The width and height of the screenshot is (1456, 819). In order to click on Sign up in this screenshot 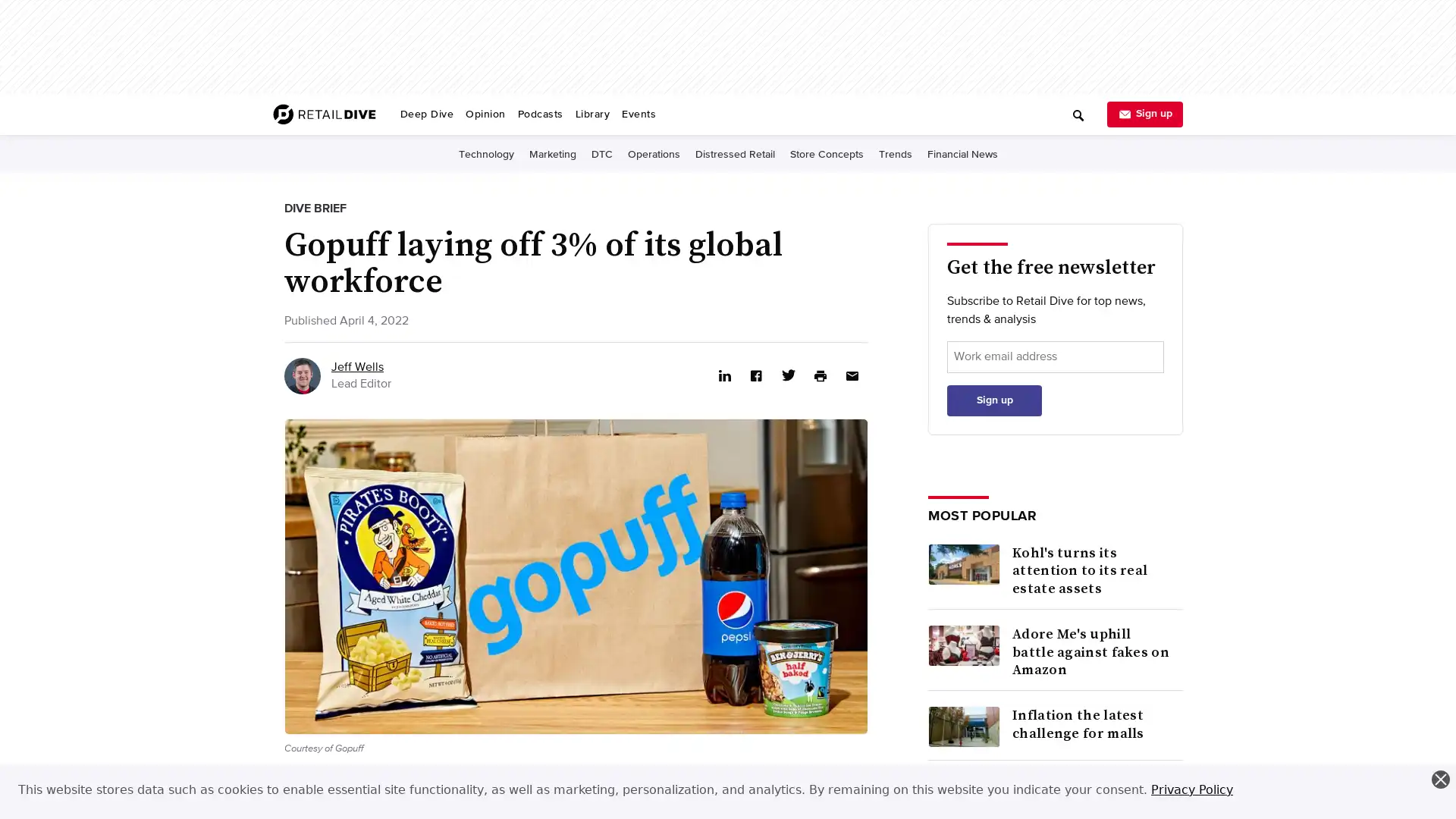, I will do `click(994, 399)`.